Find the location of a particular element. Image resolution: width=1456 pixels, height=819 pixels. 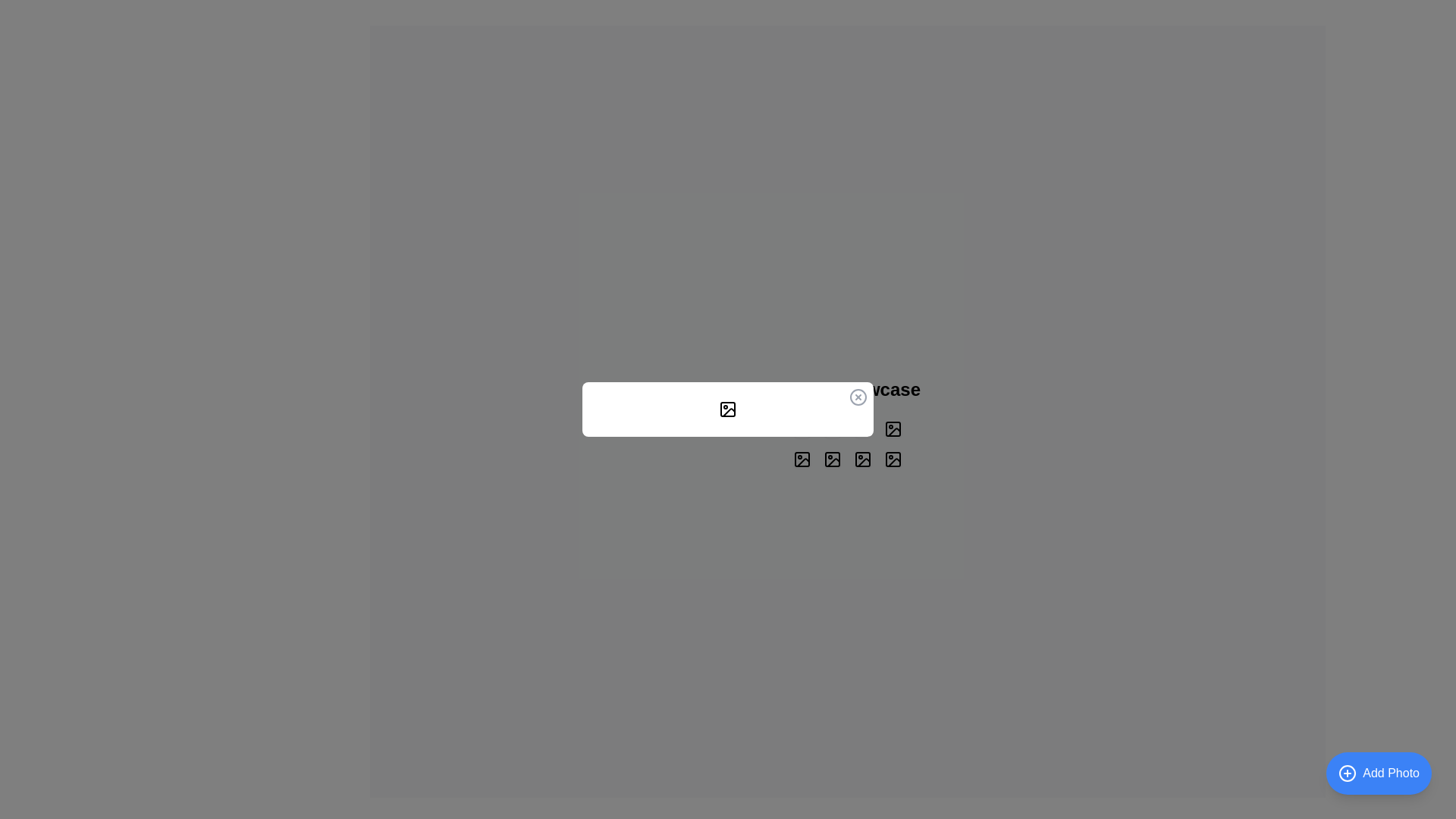

the decorative overlay icon located in the bottom-right square of the series of small image icons to the right of the main interface is located at coordinates (833, 462).